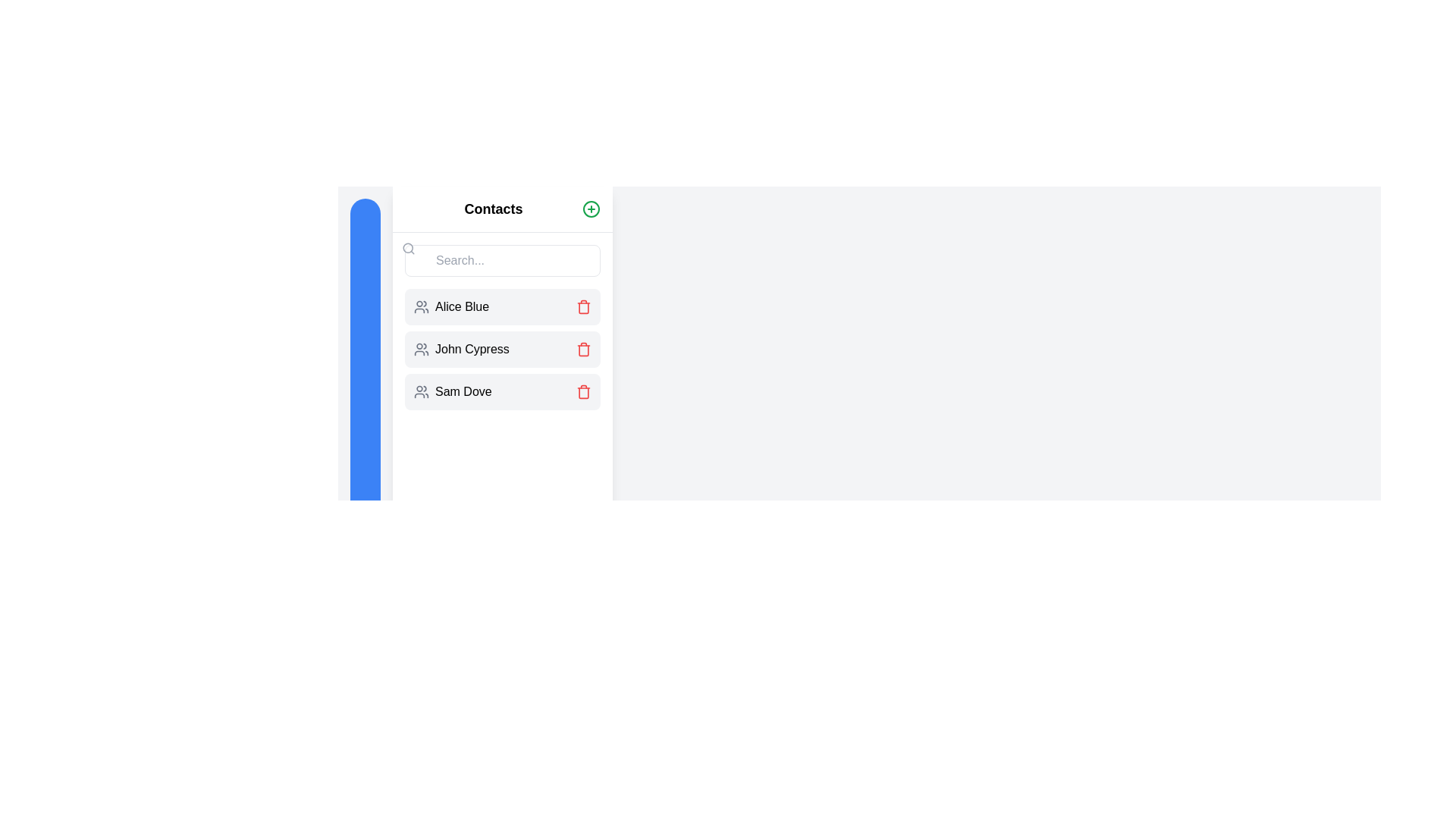 The image size is (1456, 819). What do you see at coordinates (590, 209) in the screenshot?
I see `the small green plus icon button located to the right of the 'Contacts' heading to initiate adding a contact` at bounding box center [590, 209].